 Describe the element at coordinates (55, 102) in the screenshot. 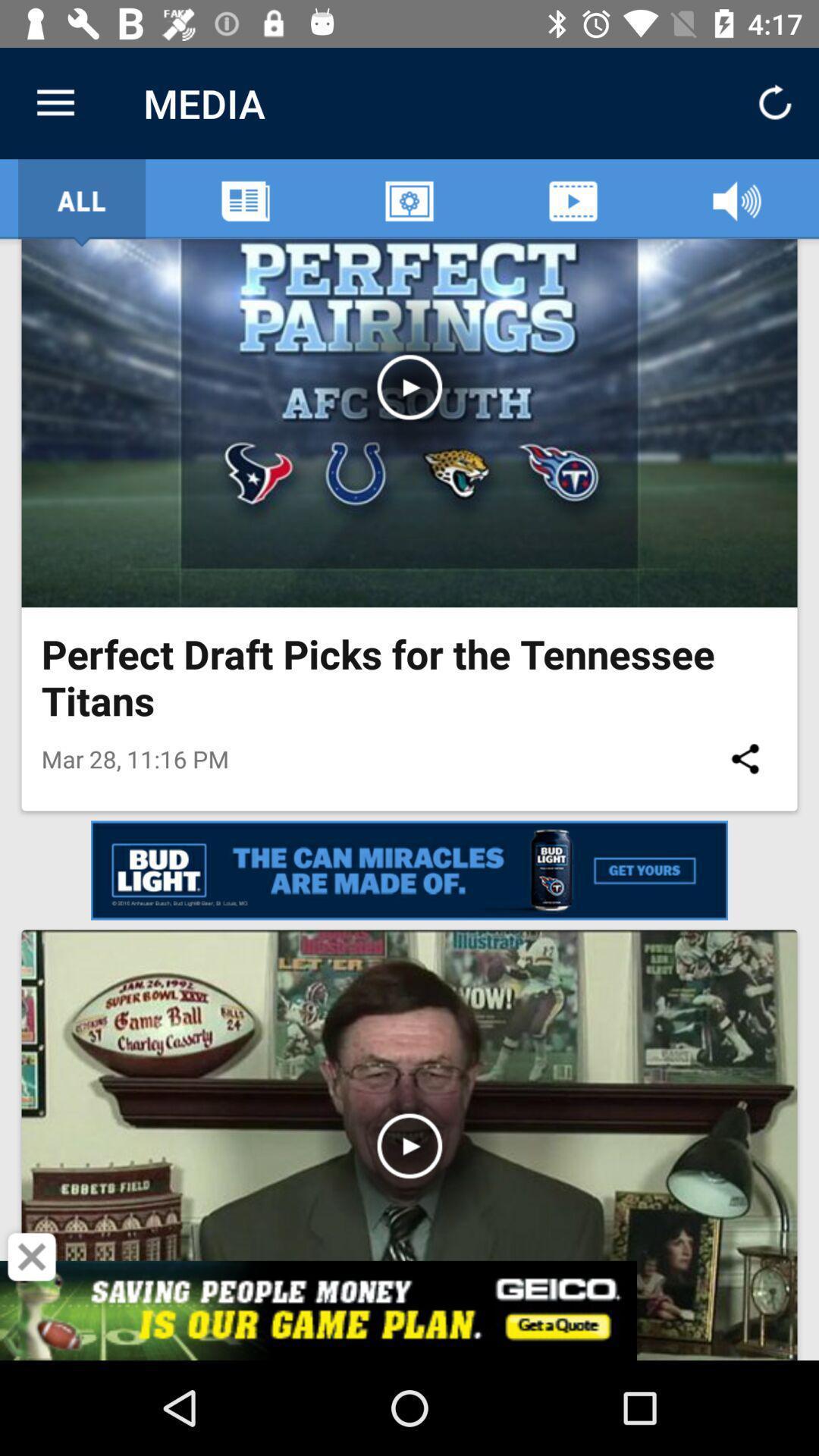

I see `the icon next to the media` at that location.